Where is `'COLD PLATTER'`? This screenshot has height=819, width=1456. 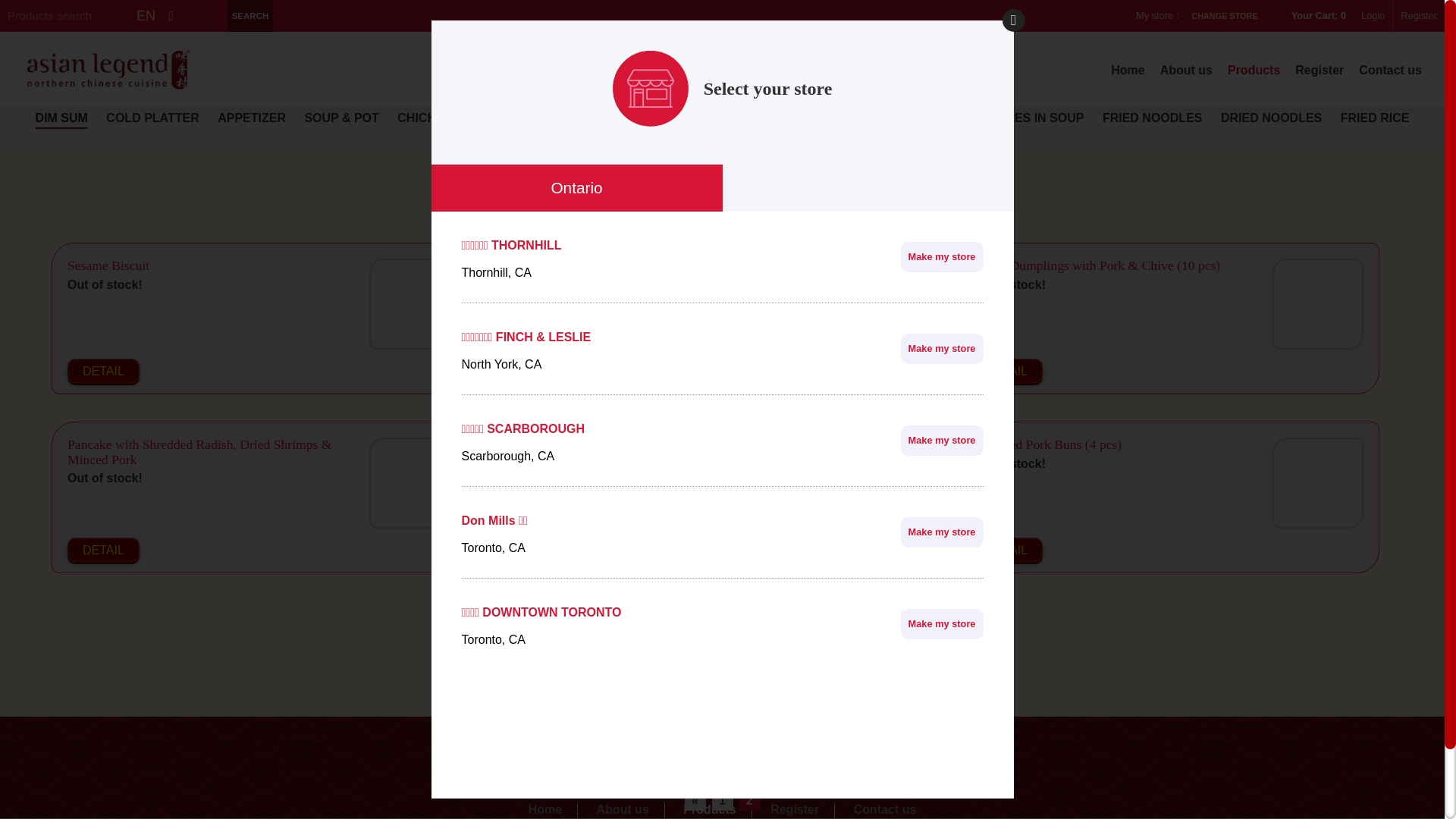 'COLD PLATTER' is located at coordinates (105, 117).